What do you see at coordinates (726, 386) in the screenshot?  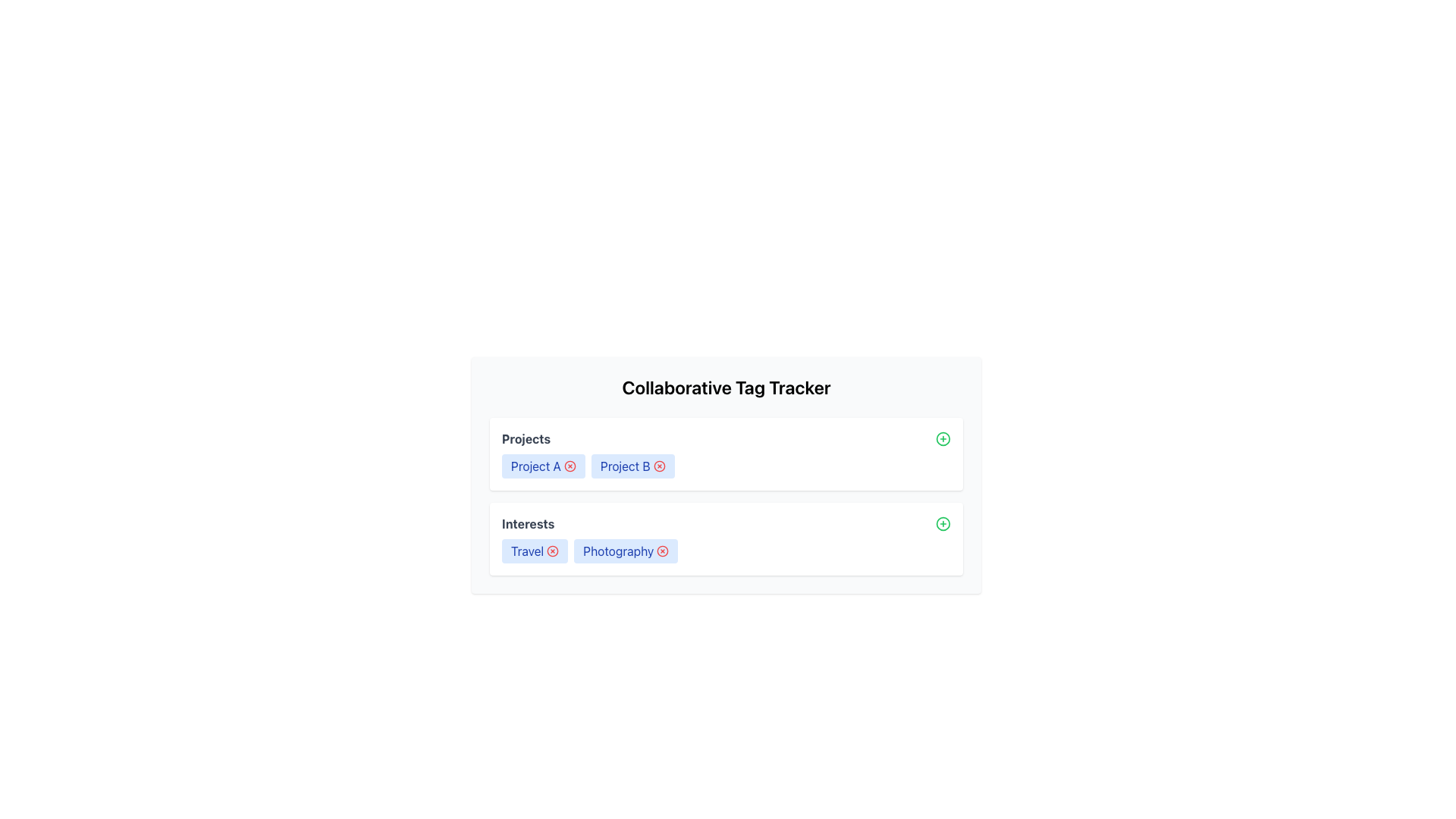 I see `Text Label located at the top-center of the card, which serves as the title or descriptor for the associated content` at bounding box center [726, 386].